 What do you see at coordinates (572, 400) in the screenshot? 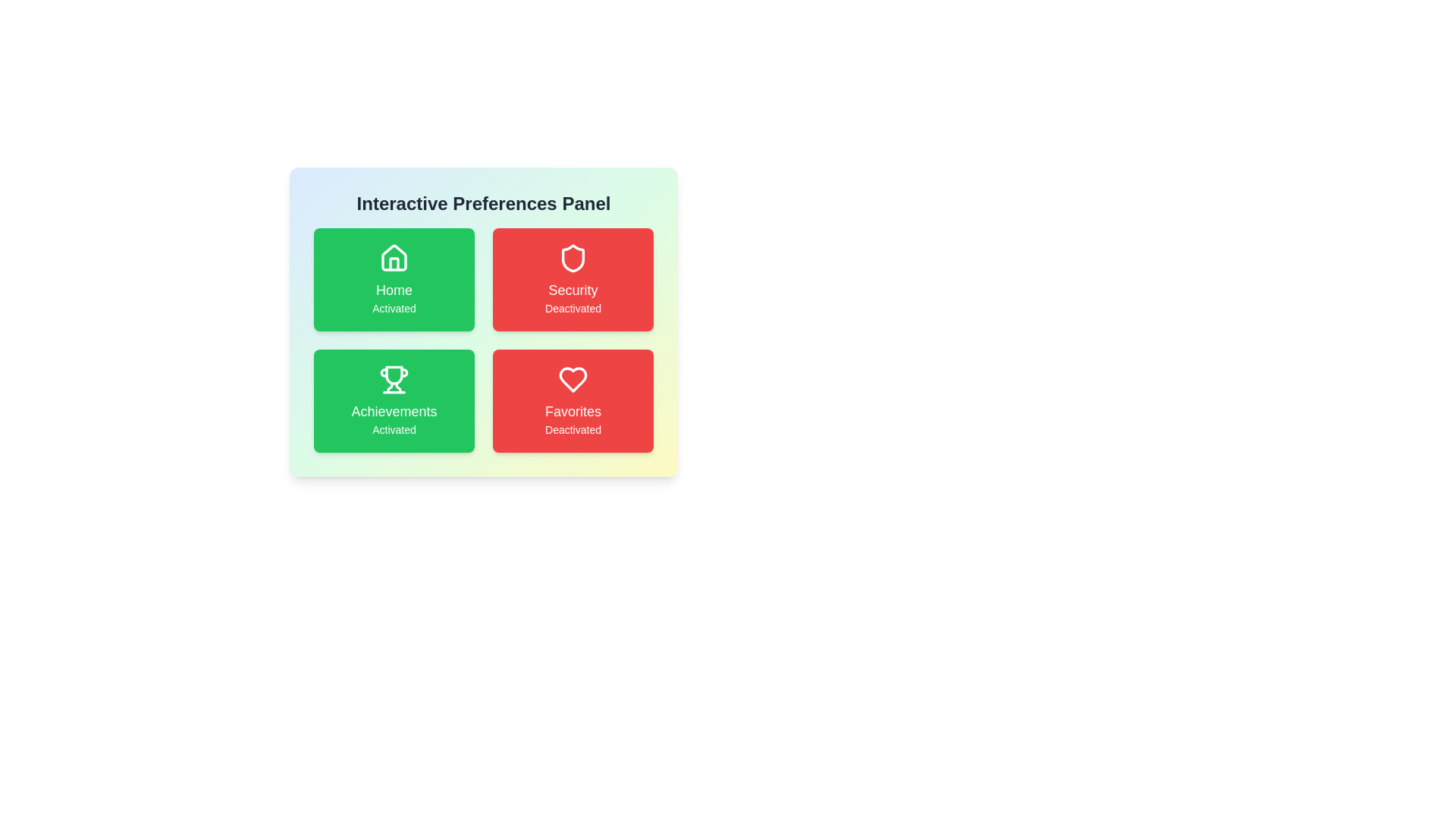
I see `the Favorites card` at bounding box center [572, 400].